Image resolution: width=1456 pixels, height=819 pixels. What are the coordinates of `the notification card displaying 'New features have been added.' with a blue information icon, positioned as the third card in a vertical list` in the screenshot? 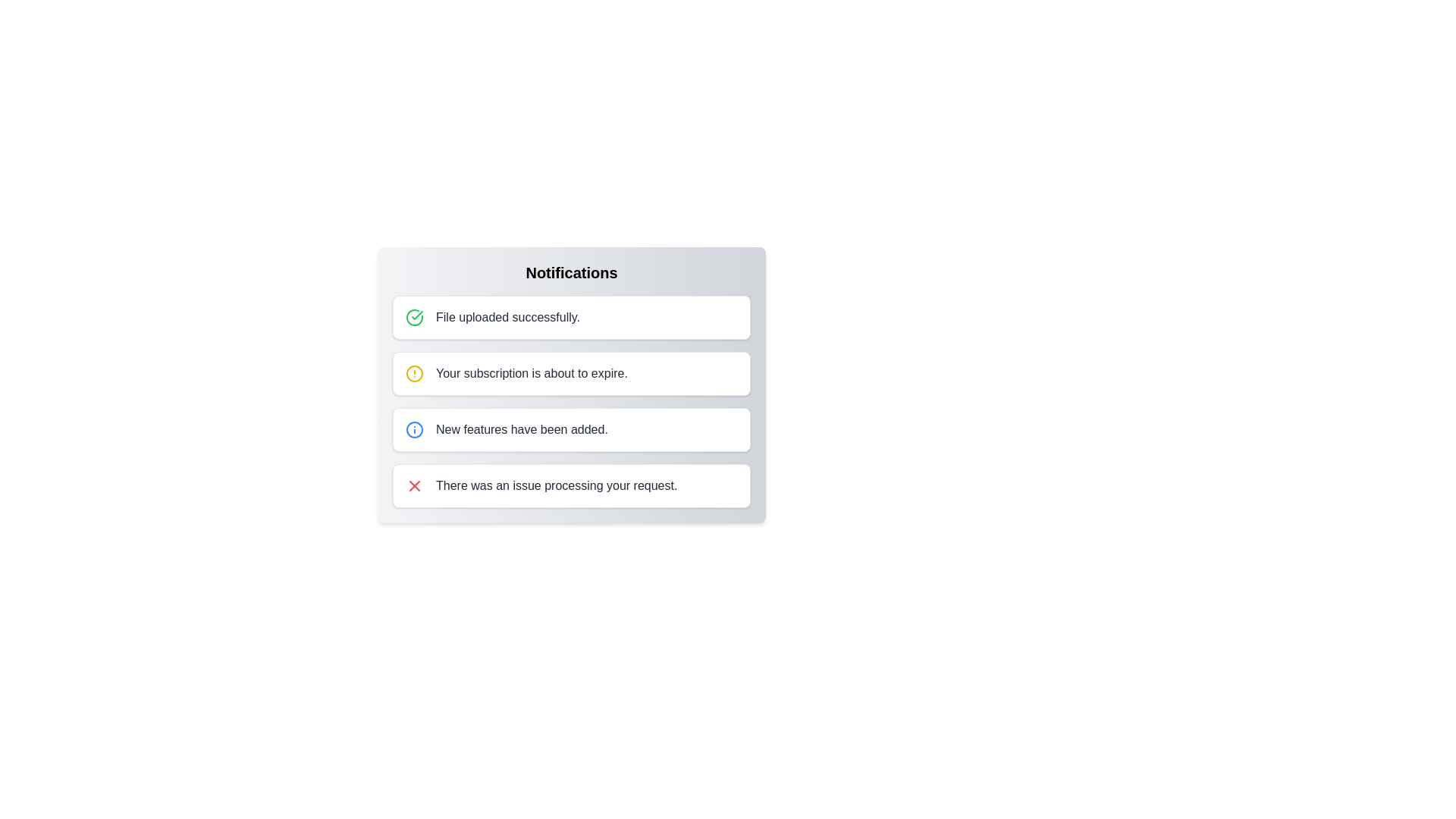 It's located at (570, 430).